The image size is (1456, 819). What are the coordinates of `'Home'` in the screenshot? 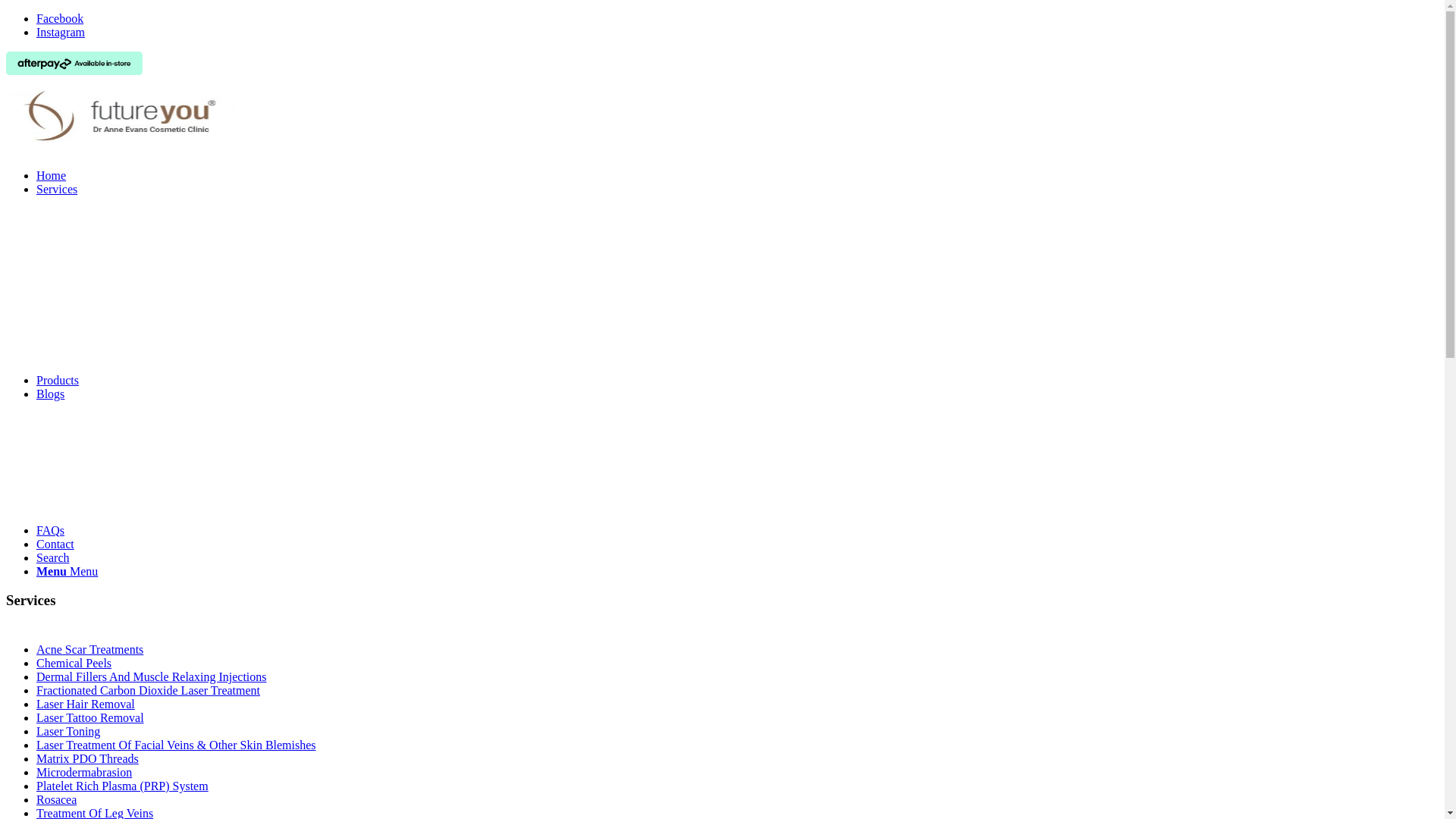 It's located at (51, 174).